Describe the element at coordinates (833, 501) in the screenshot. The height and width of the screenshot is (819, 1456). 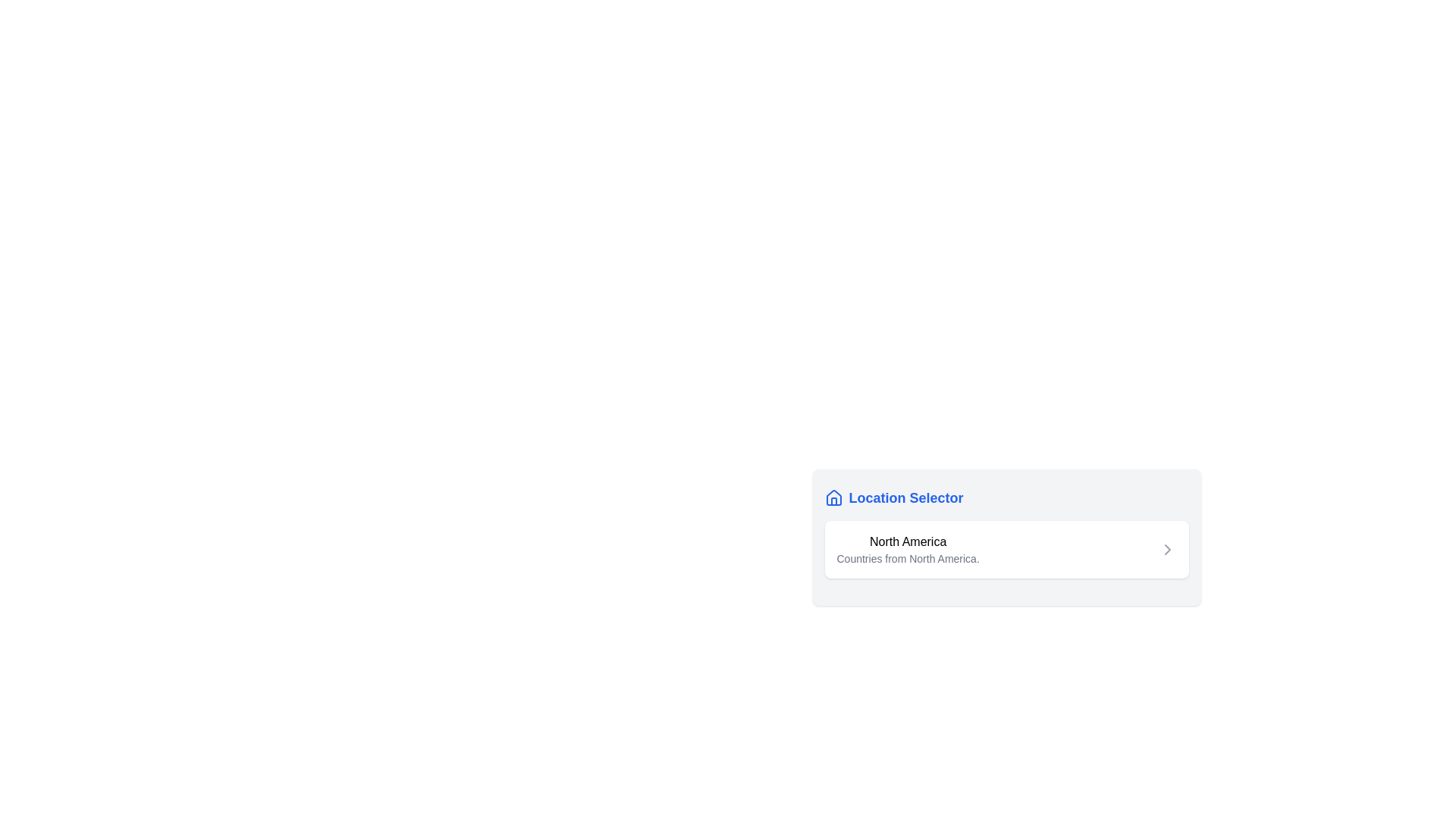
I see `the lower rectangular section of the house icon within the SVG graphic, which visually represents home or location-related features` at that location.